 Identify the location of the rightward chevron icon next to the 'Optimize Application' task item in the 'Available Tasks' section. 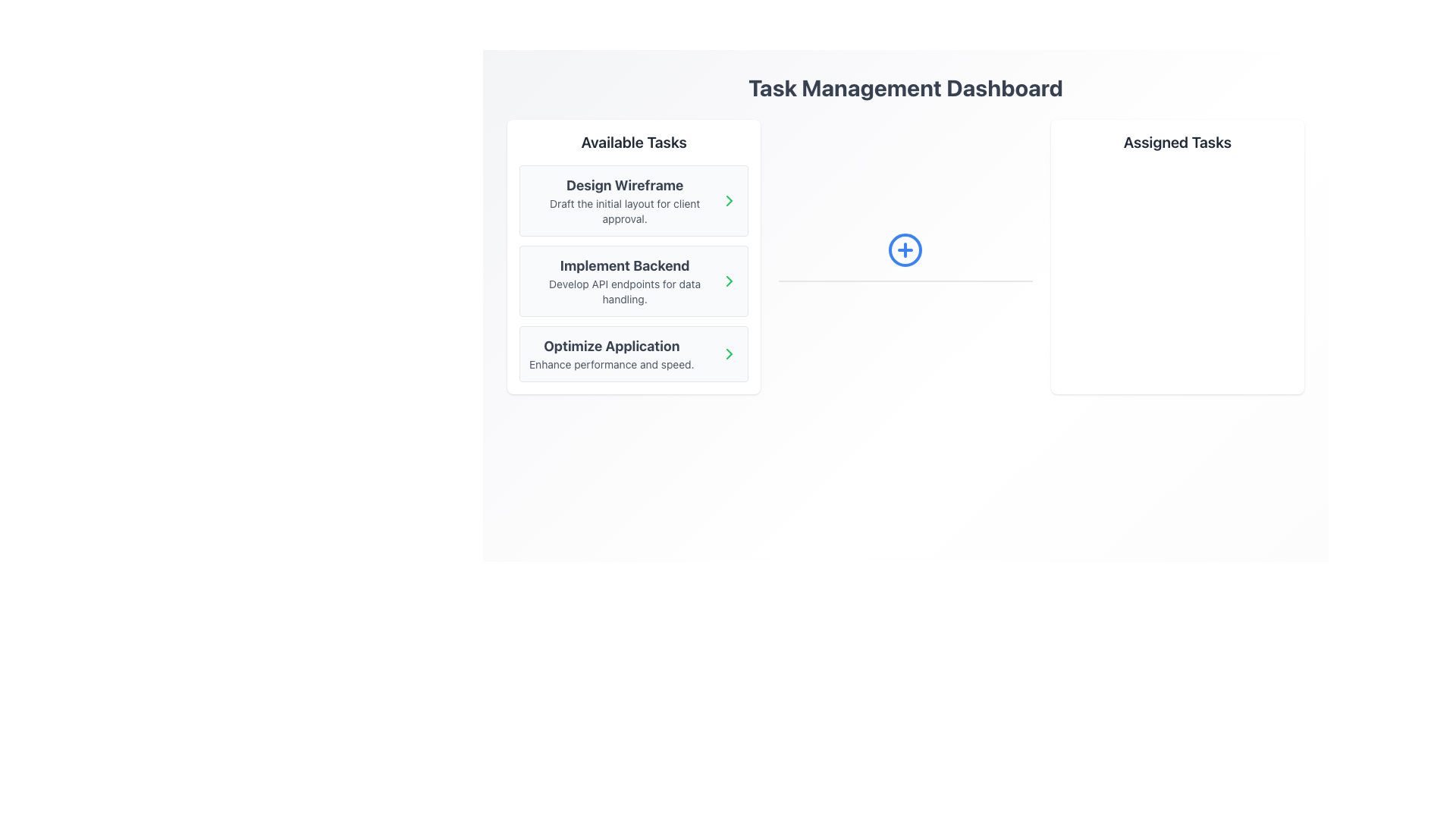
(730, 353).